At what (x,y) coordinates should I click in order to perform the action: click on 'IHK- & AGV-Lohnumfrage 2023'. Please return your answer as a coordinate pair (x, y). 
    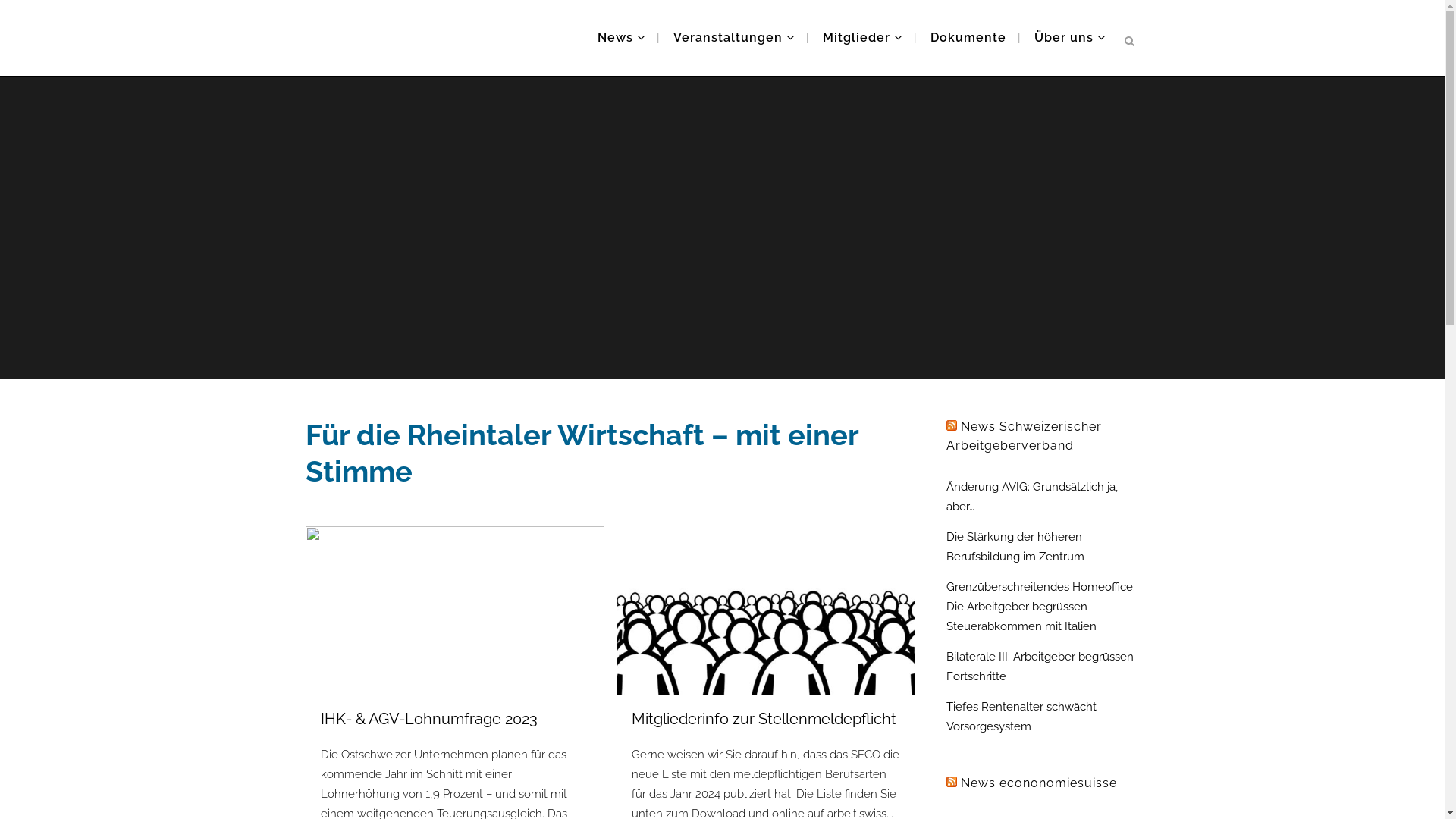
    Looking at the image, I should click on (428, 718).